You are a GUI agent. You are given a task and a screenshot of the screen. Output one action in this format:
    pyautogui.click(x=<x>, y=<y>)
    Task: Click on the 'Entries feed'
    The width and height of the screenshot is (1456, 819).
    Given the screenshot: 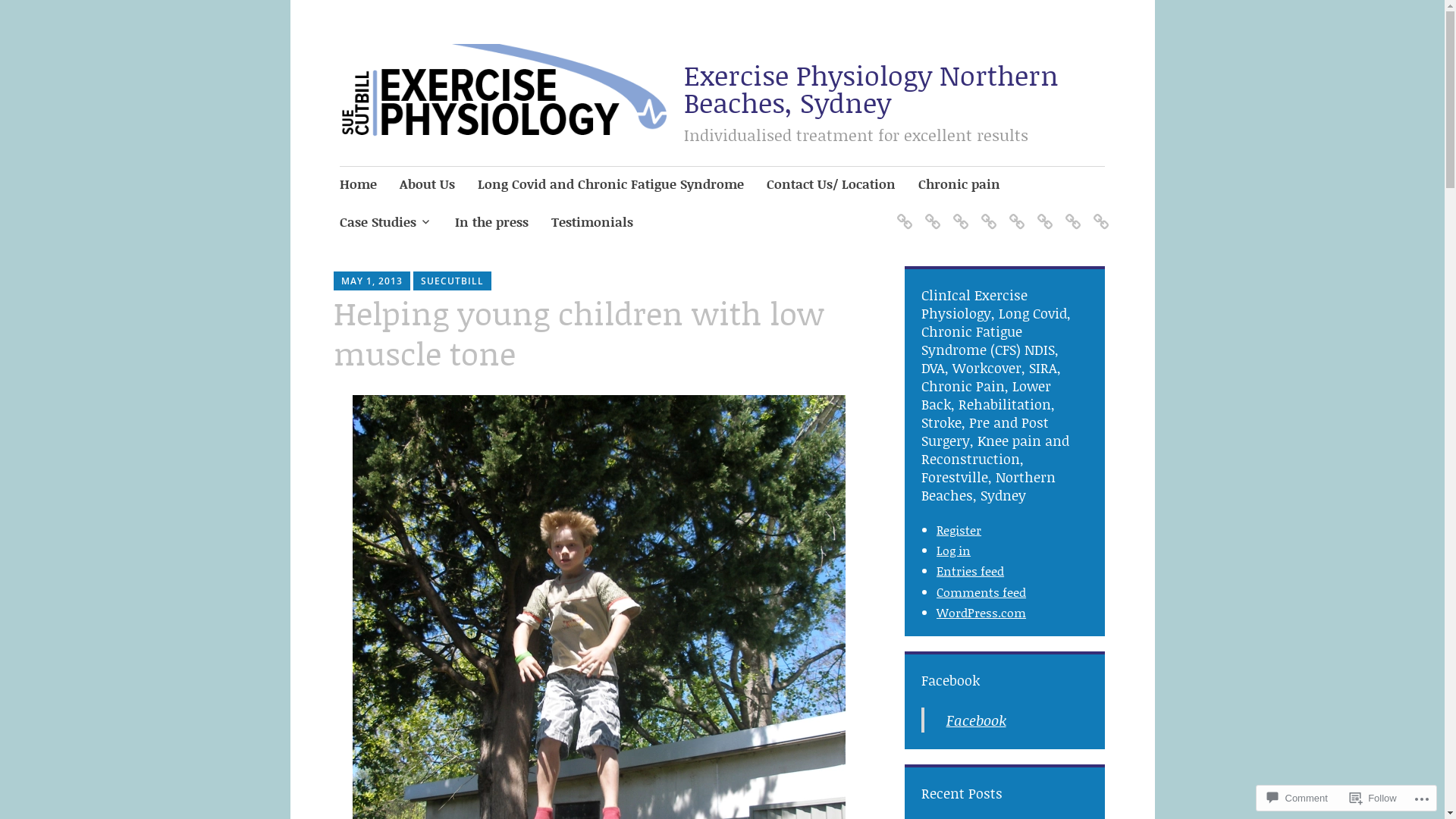 What is the action you would take?
    pyautogui.click(x=935, y=570)
    